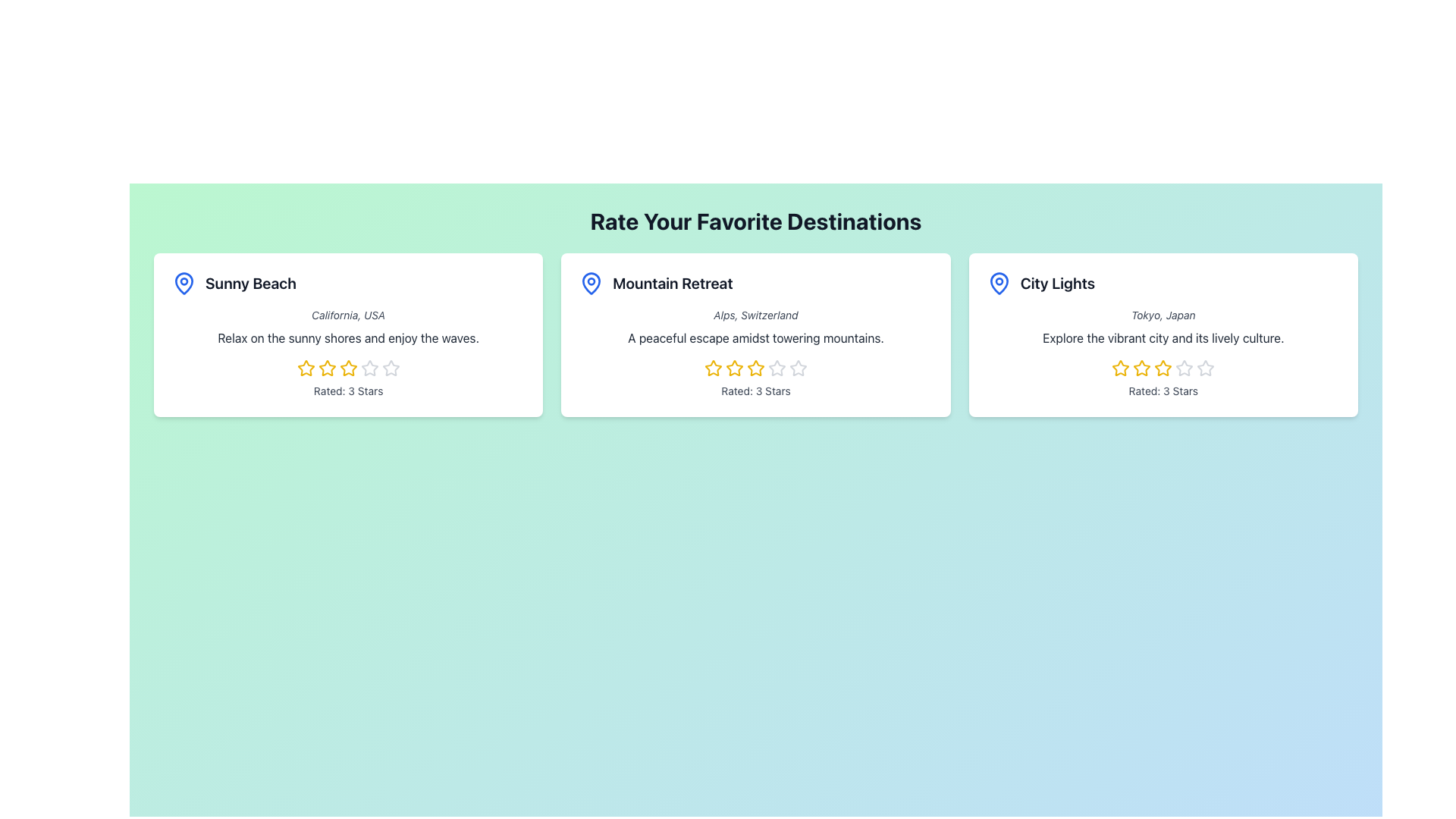  I want to click on one of the star icons in the Rating star component to set a rating, which is visually represented by the filled stars and the hover effects, so click(756, 369).